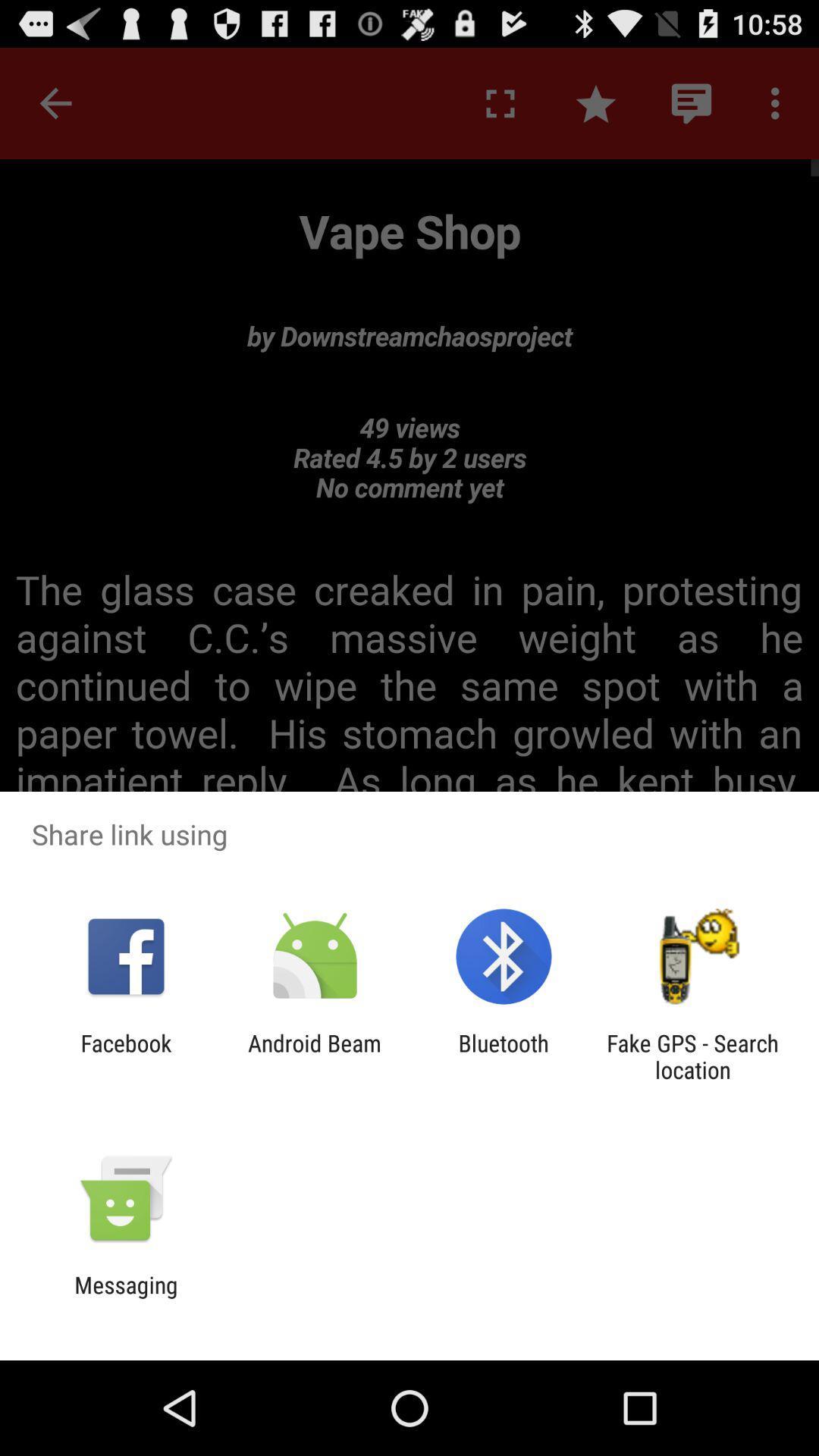 Image resolution: width=819 pixels, height=1456 pixels. What do you see at coordinates (125, 1298) in the screenshot?
I see `the messaging icon` at bounding box center [125, 1298].